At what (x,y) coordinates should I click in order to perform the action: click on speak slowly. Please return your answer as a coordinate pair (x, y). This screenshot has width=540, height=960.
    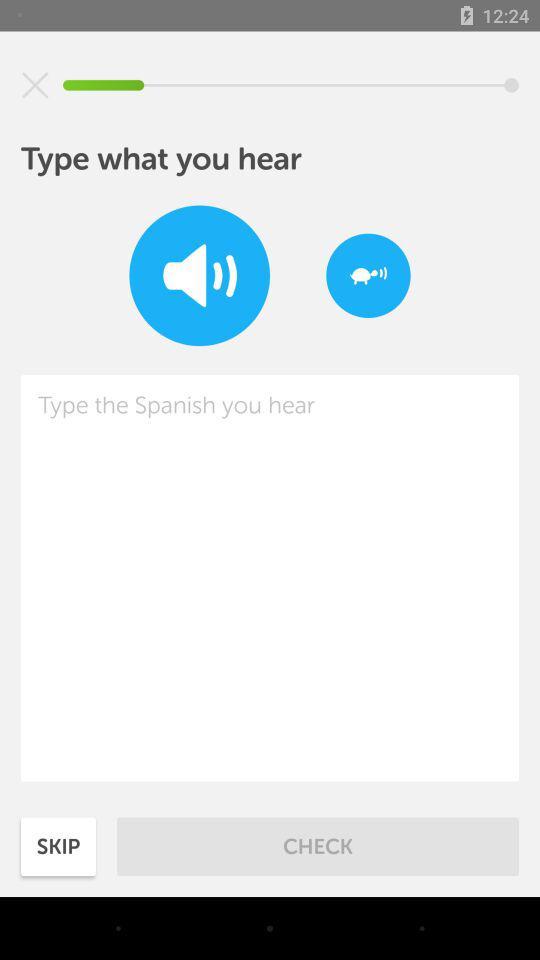
    Looking at the image, I should click on (367, 274).